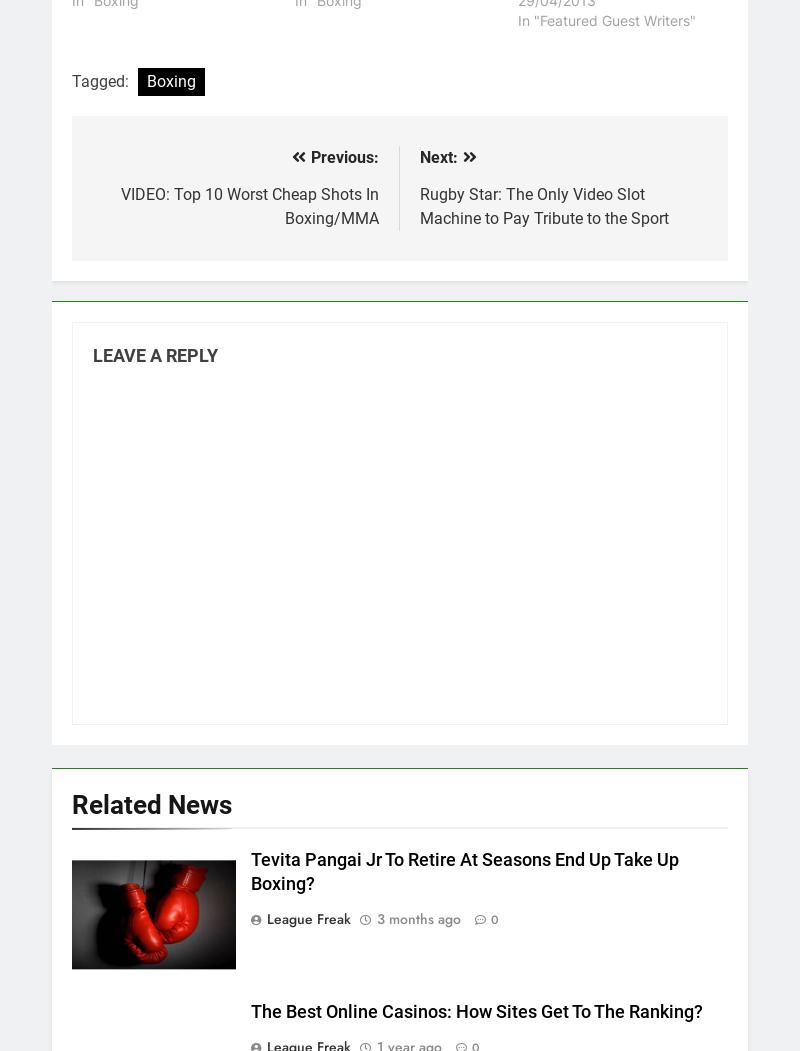 The image size is (800, 1051). Describe the element at coordinates (81, 49) in the screenshot. I see `'The 2025 NRL Draw – Every Game, Every Venue, Every Club!'` at that location.